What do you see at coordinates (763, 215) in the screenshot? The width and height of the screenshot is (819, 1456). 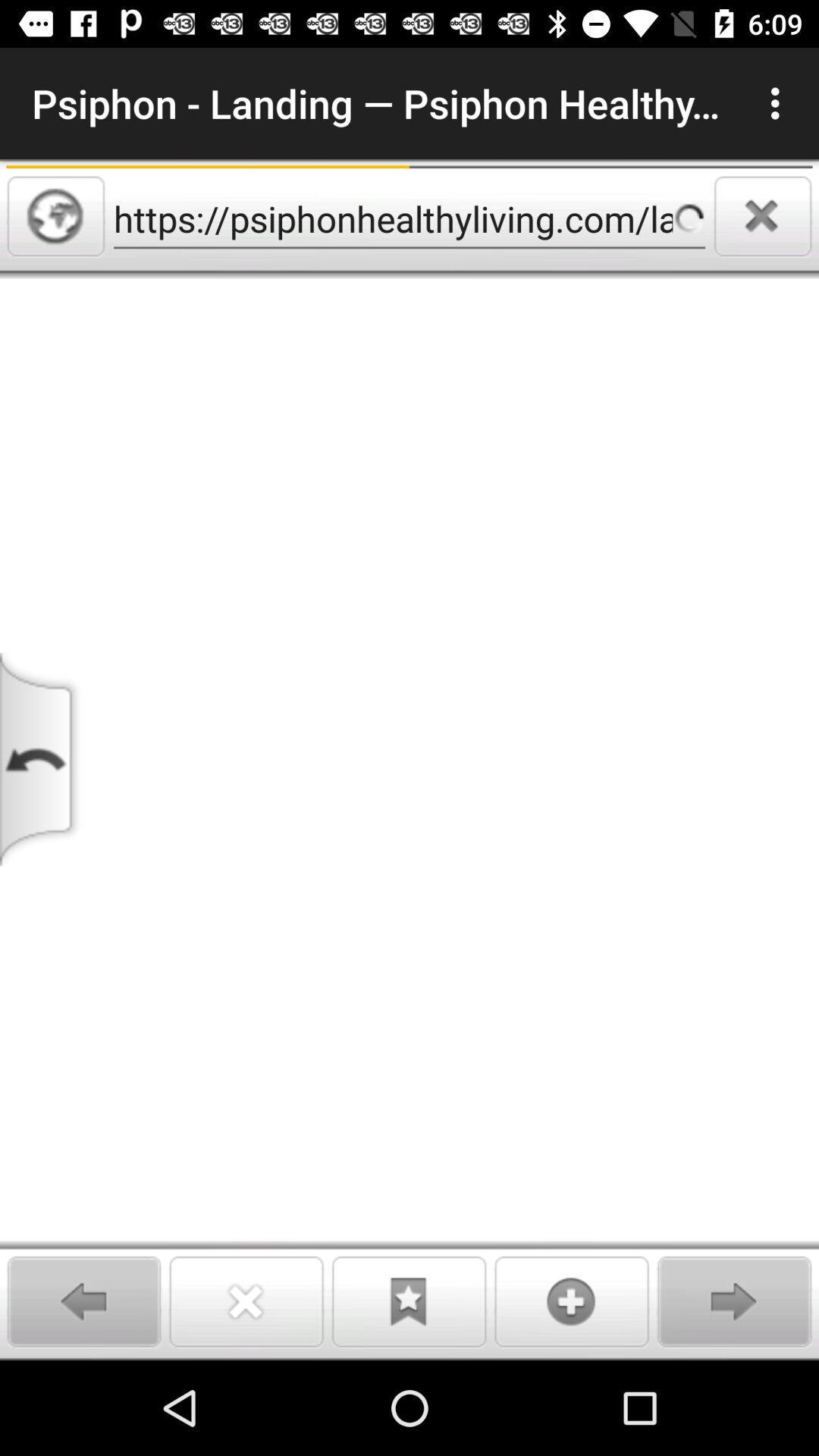 I see `stop page load` at bounding box center [763, 215].